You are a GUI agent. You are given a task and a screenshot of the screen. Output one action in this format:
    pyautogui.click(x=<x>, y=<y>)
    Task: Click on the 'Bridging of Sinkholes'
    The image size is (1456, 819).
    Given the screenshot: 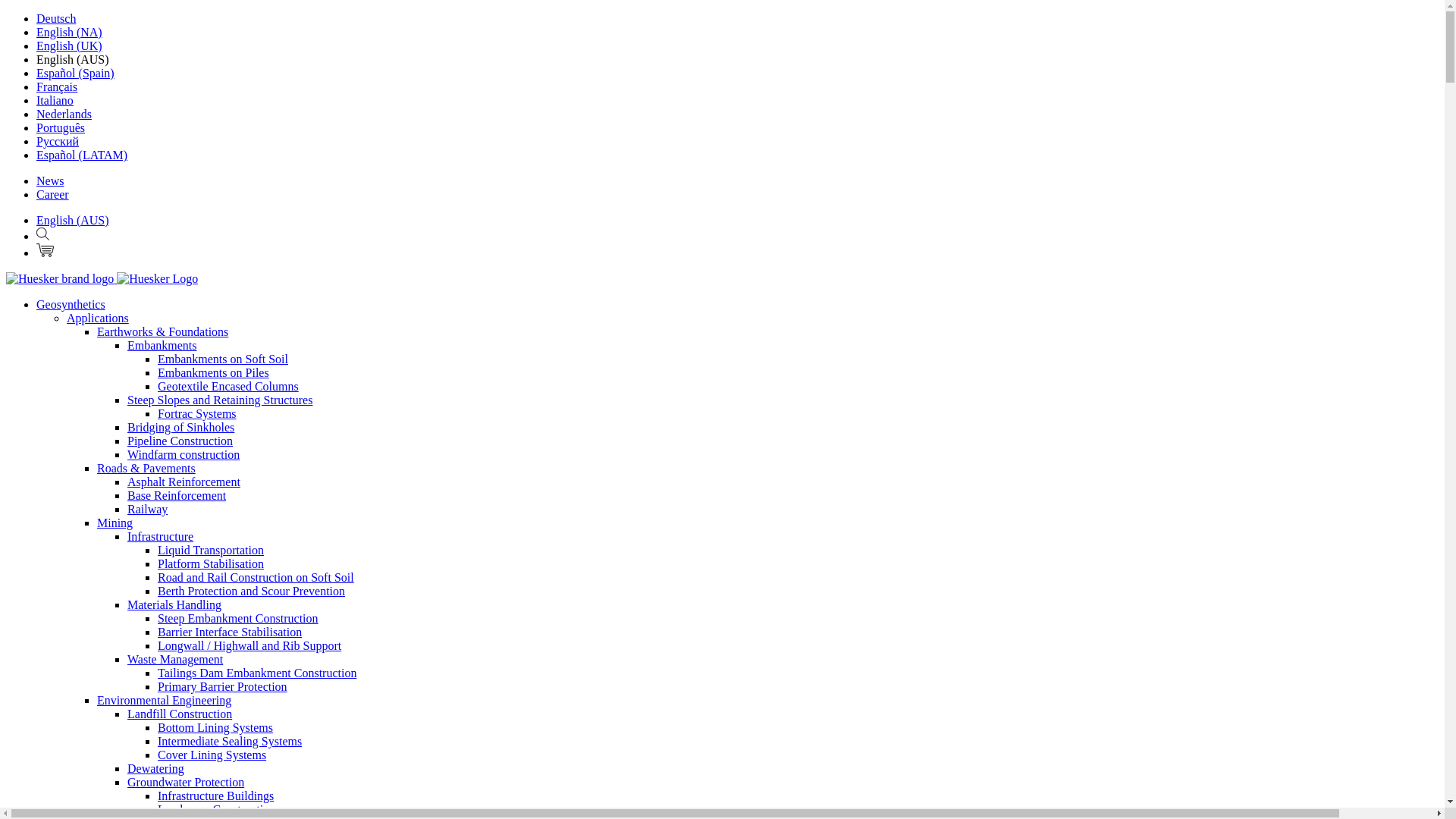 What is the action you would take?
    pyautogui.click(x=180, y=427)
    